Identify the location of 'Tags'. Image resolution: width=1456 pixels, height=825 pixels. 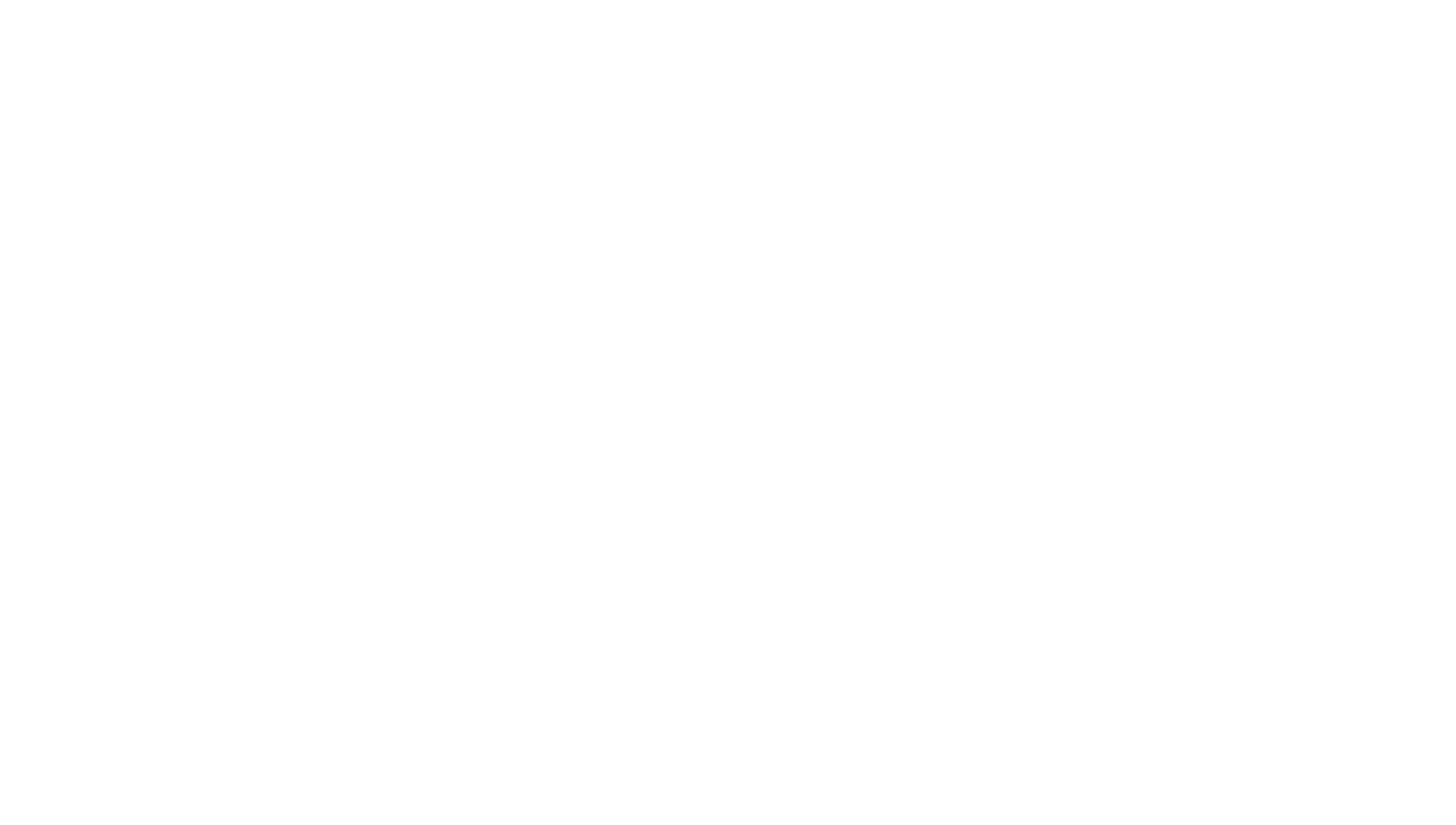
(474, 665).